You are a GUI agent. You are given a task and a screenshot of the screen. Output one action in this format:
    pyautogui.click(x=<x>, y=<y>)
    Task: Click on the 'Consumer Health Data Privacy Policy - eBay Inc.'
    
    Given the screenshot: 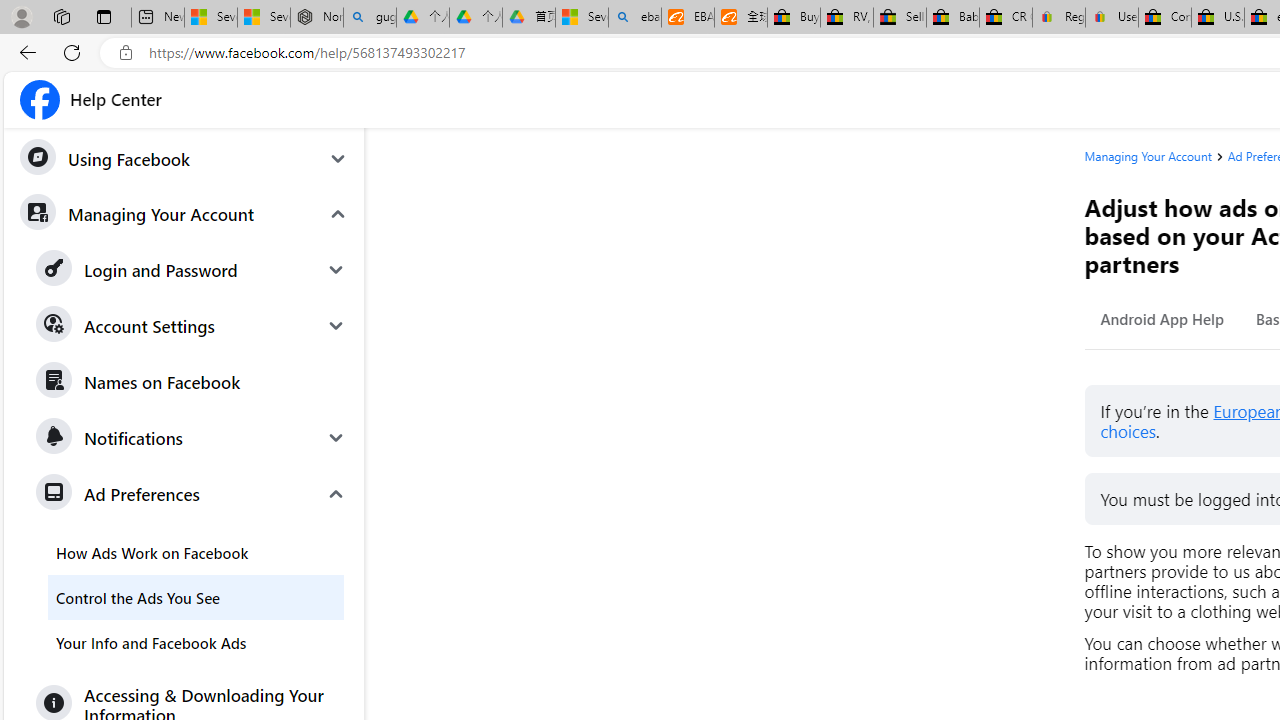 What is the action you would take?
    pyautogui.click(x=1165, y=17)
    